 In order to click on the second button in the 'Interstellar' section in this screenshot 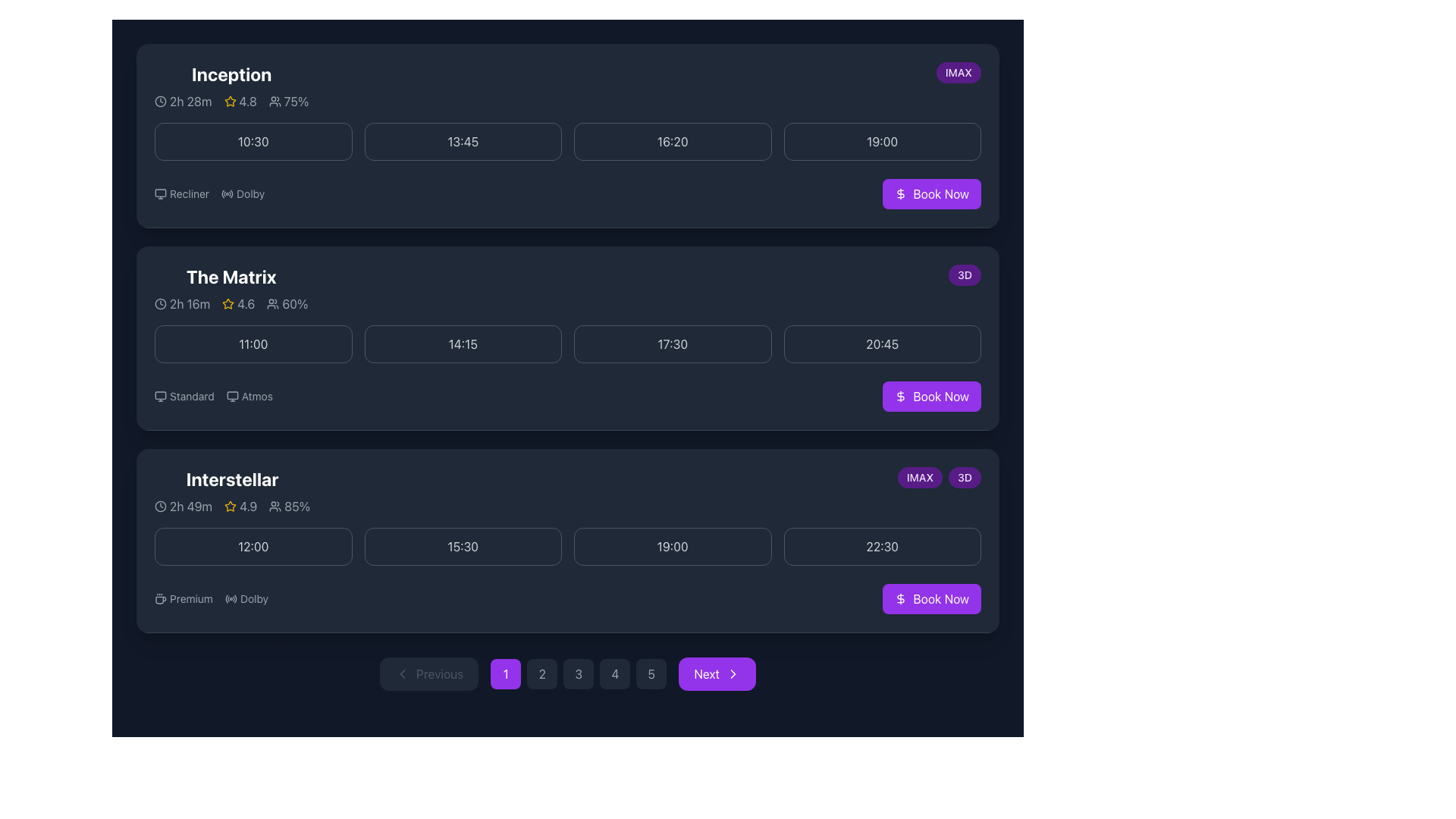, I will do `click(462, 547)`.